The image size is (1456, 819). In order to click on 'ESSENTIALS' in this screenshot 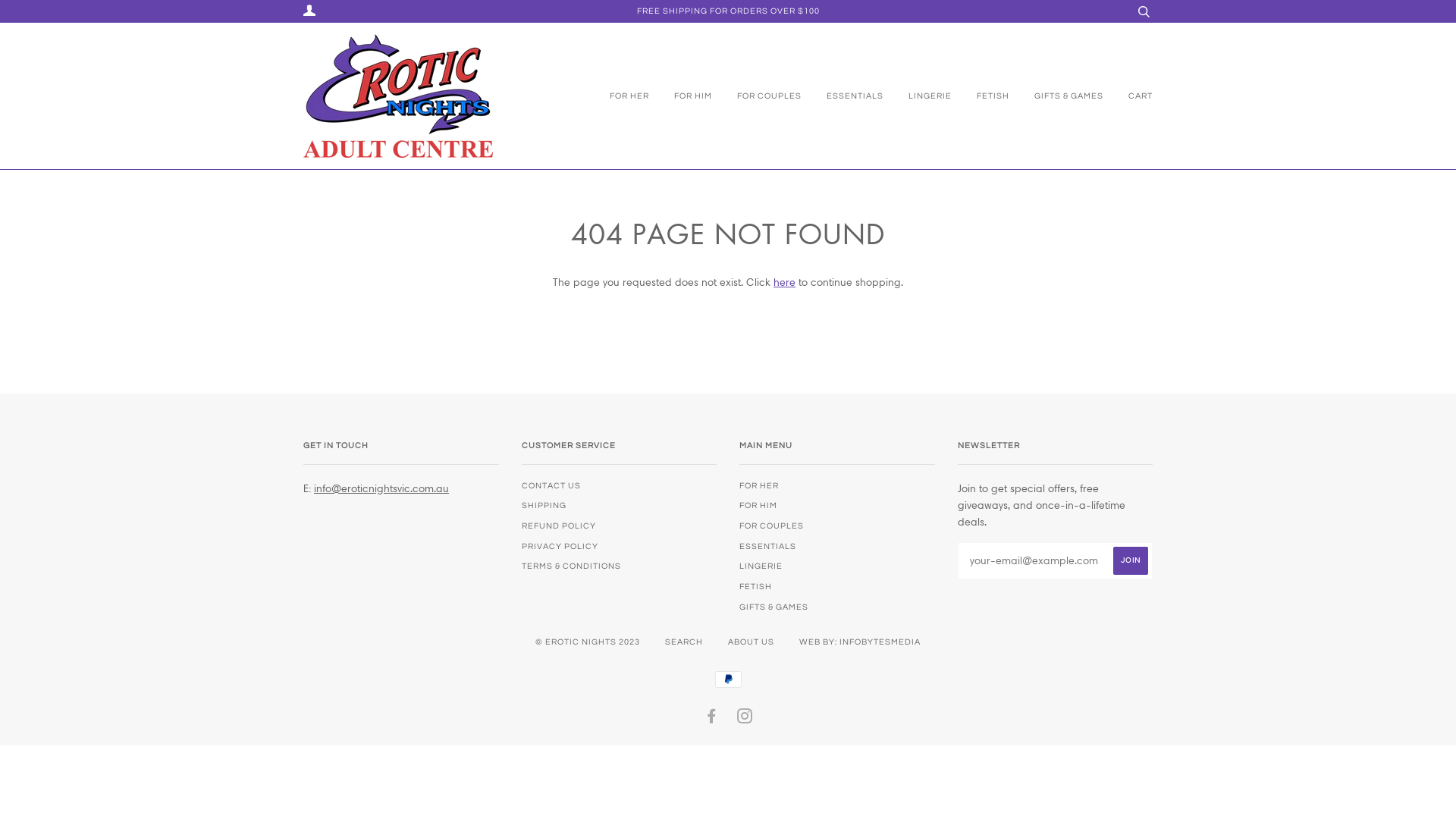, I will do `click(739, 546)`.